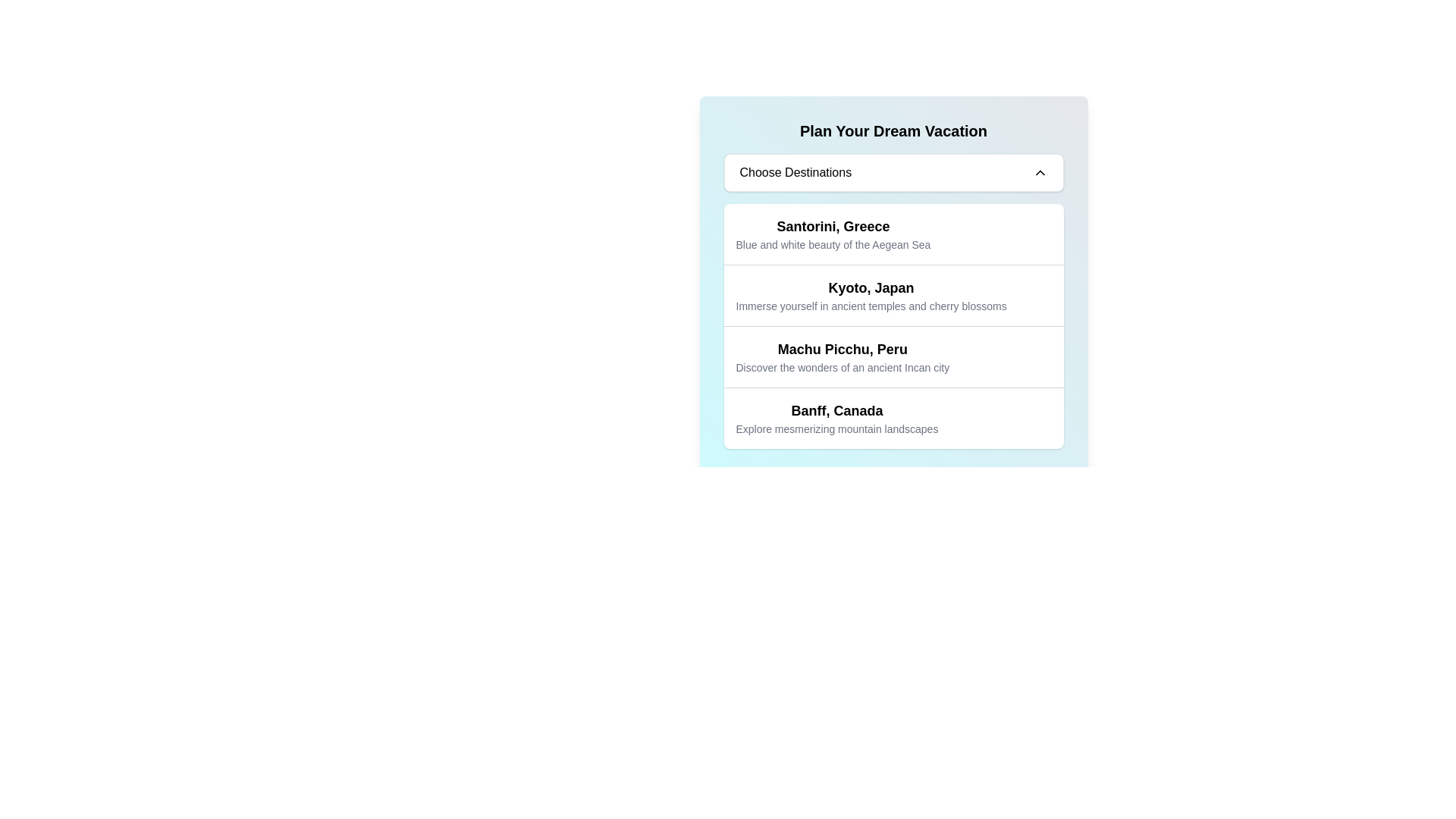 The width and height of the screenshot is (1456, 819). I want to click on the 'Choose Destinations' button, so click(893, 171).